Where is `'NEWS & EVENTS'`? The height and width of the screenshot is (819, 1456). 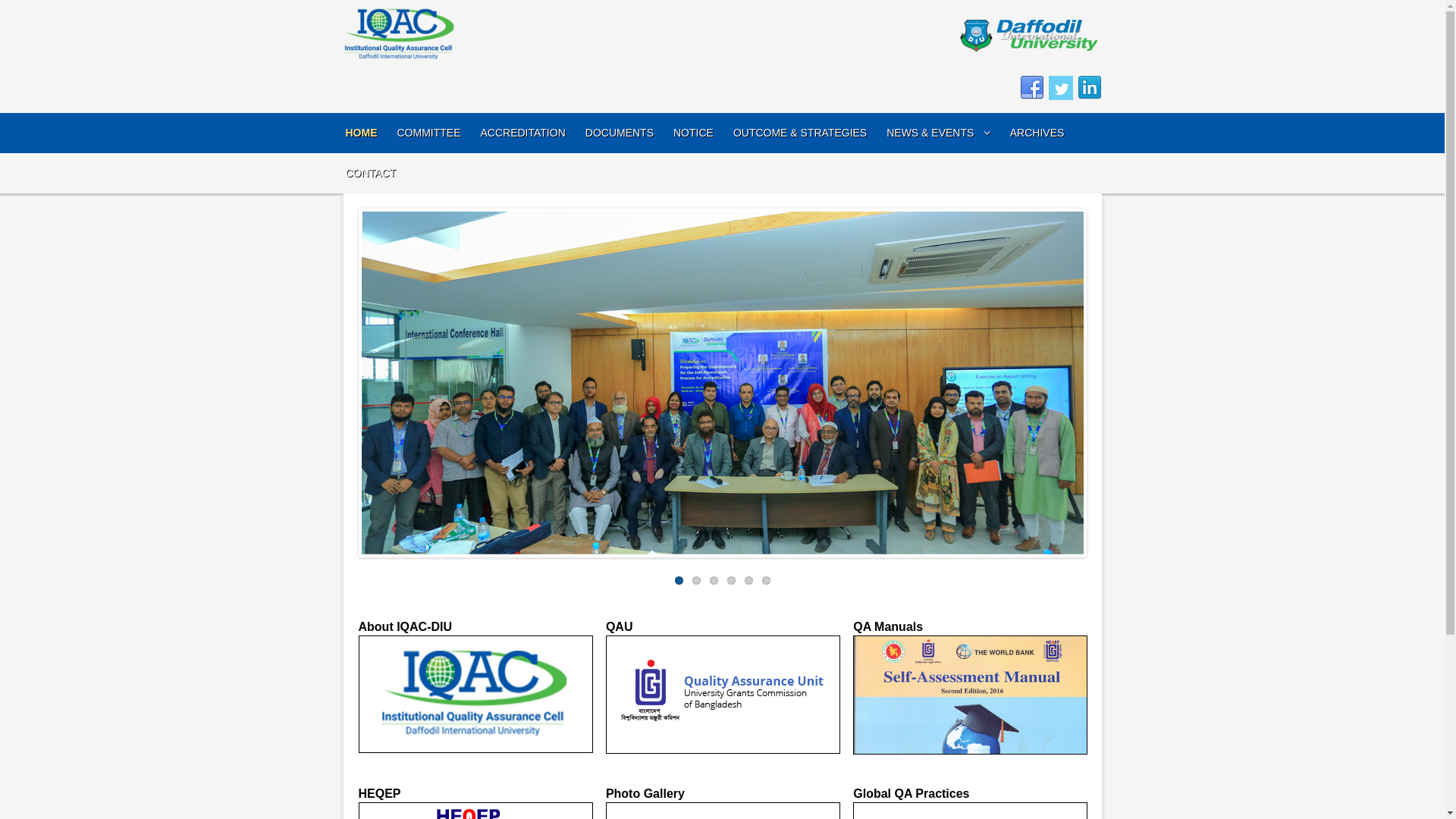
'NEWS & EVENTS' is located at coordinates (937, 132).